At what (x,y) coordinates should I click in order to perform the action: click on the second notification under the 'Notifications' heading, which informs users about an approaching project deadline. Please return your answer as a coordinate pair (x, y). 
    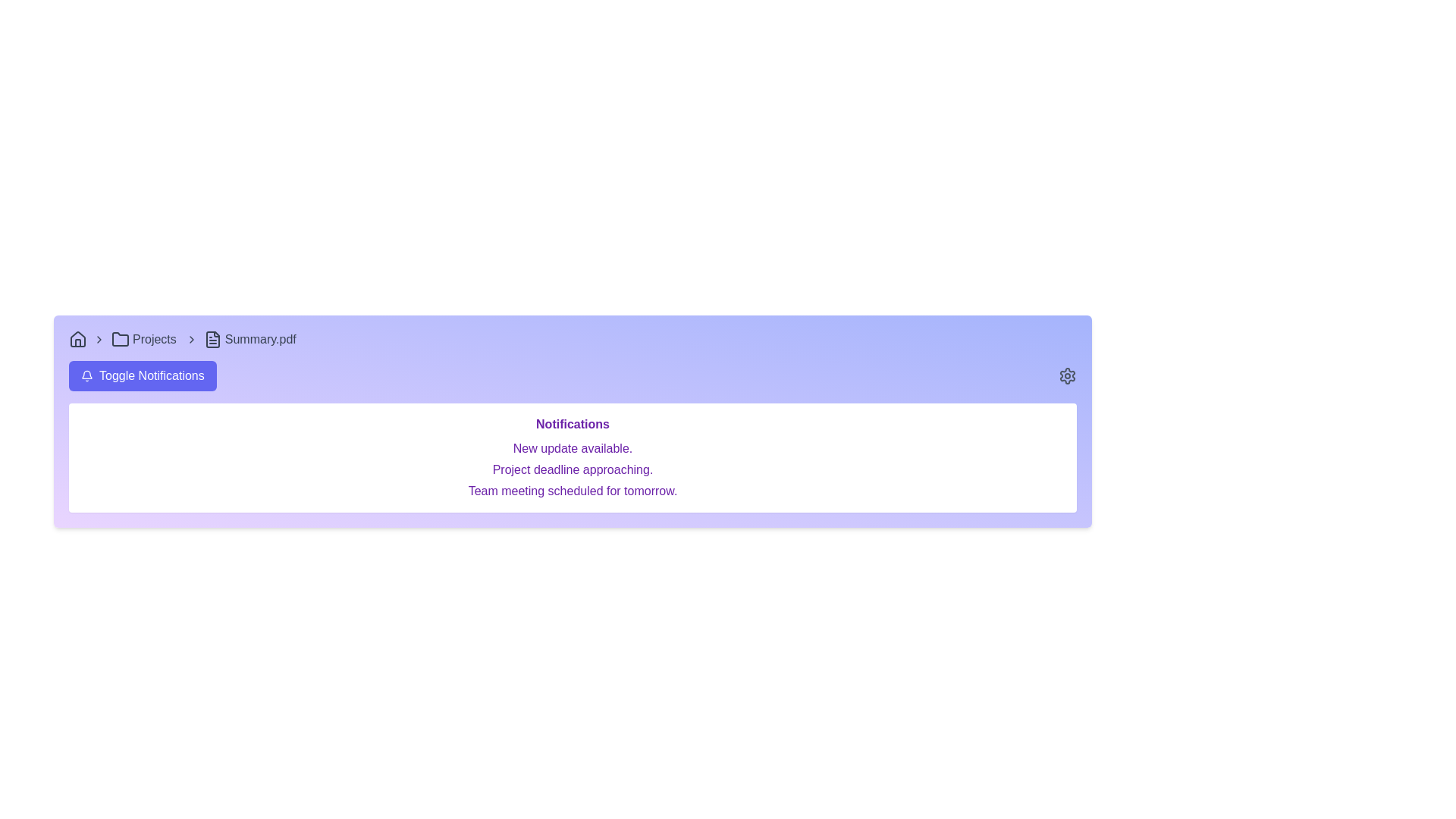
    Looking at the image, I should click on (572, 469).